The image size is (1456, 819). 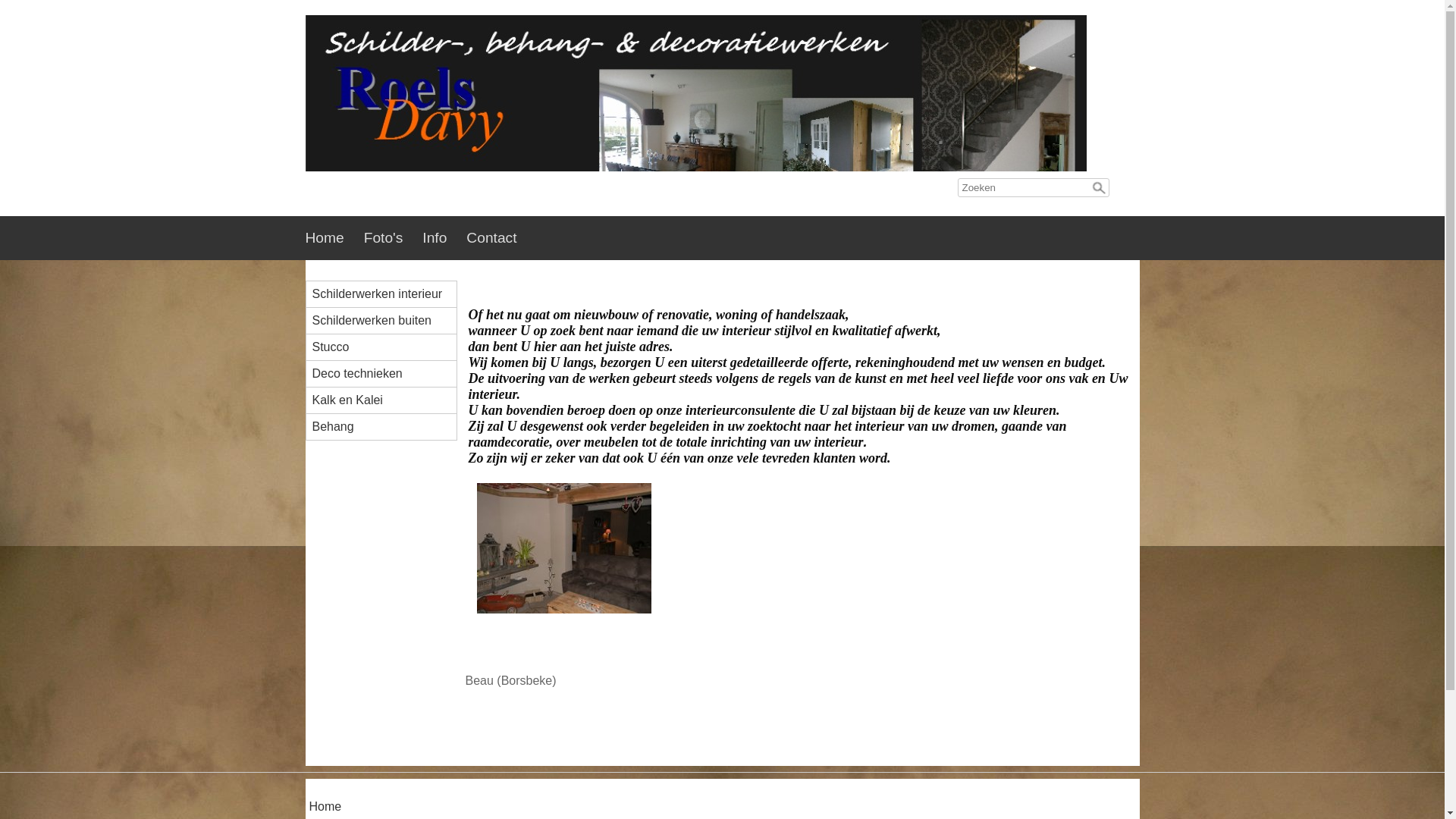 I want to click on 'Deco technieken', so click(x=387, y=374).